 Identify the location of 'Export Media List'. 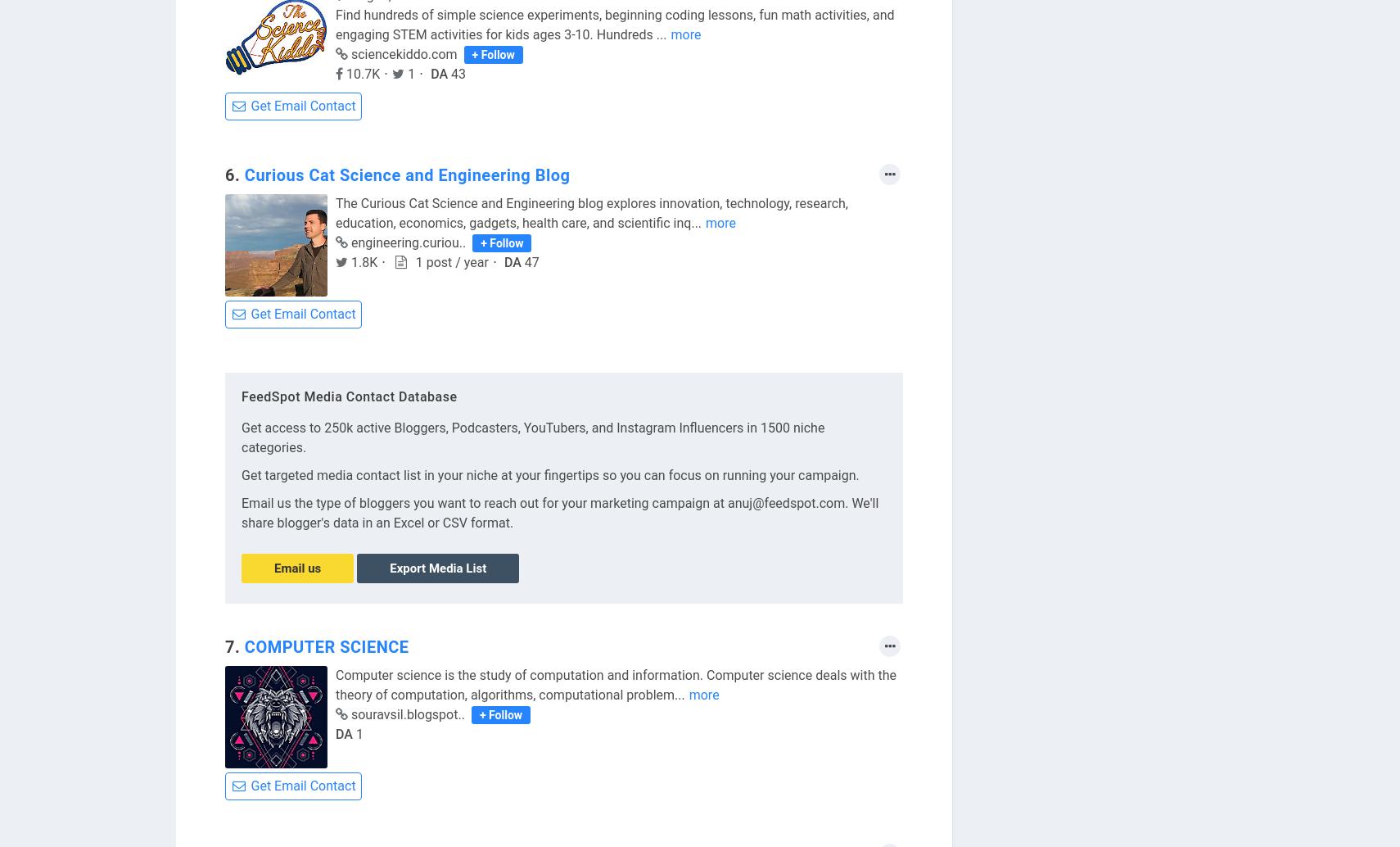
(390, 567).